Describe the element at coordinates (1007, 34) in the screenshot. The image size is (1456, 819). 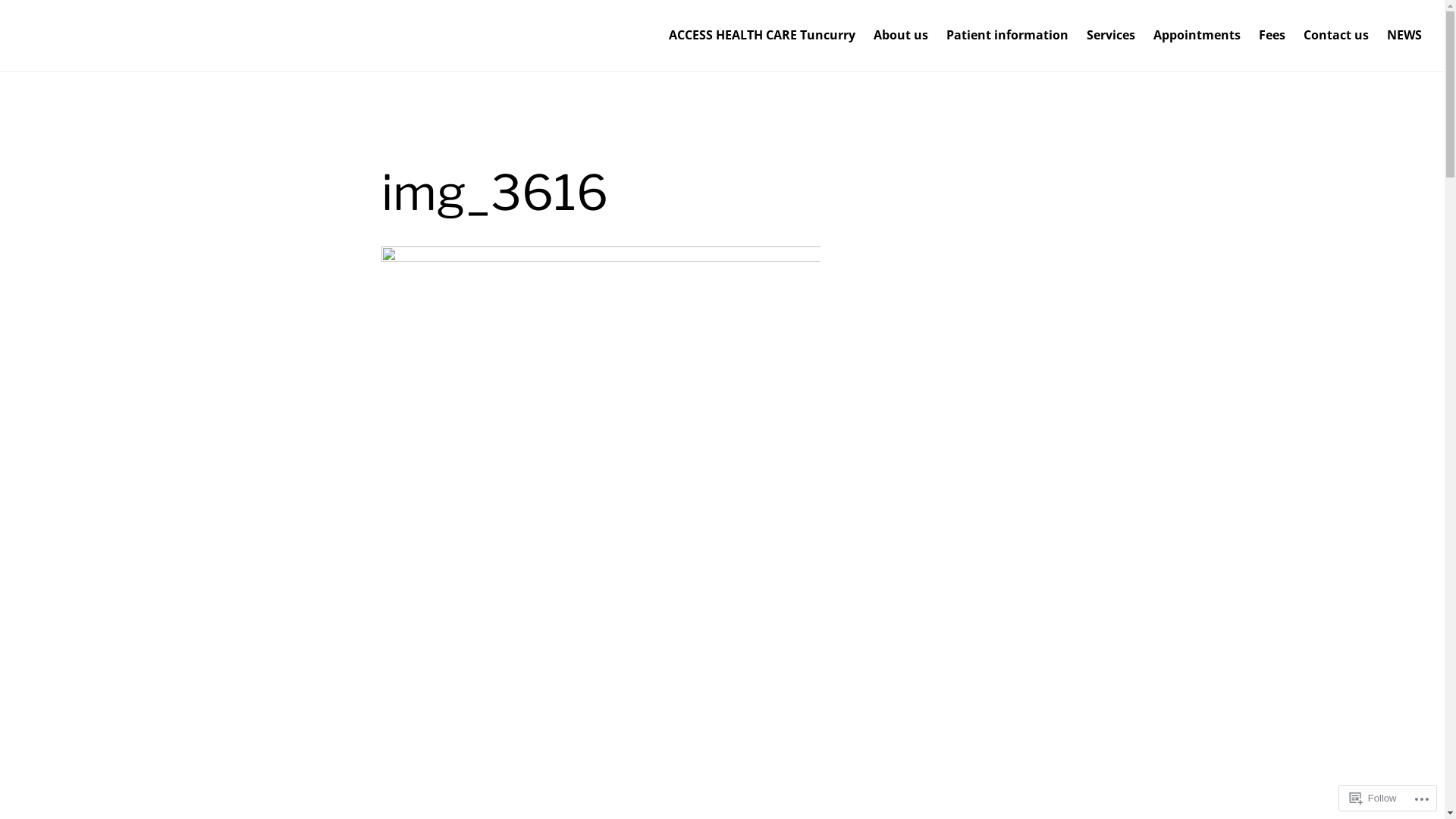
I see `'Patient information'` at that location.